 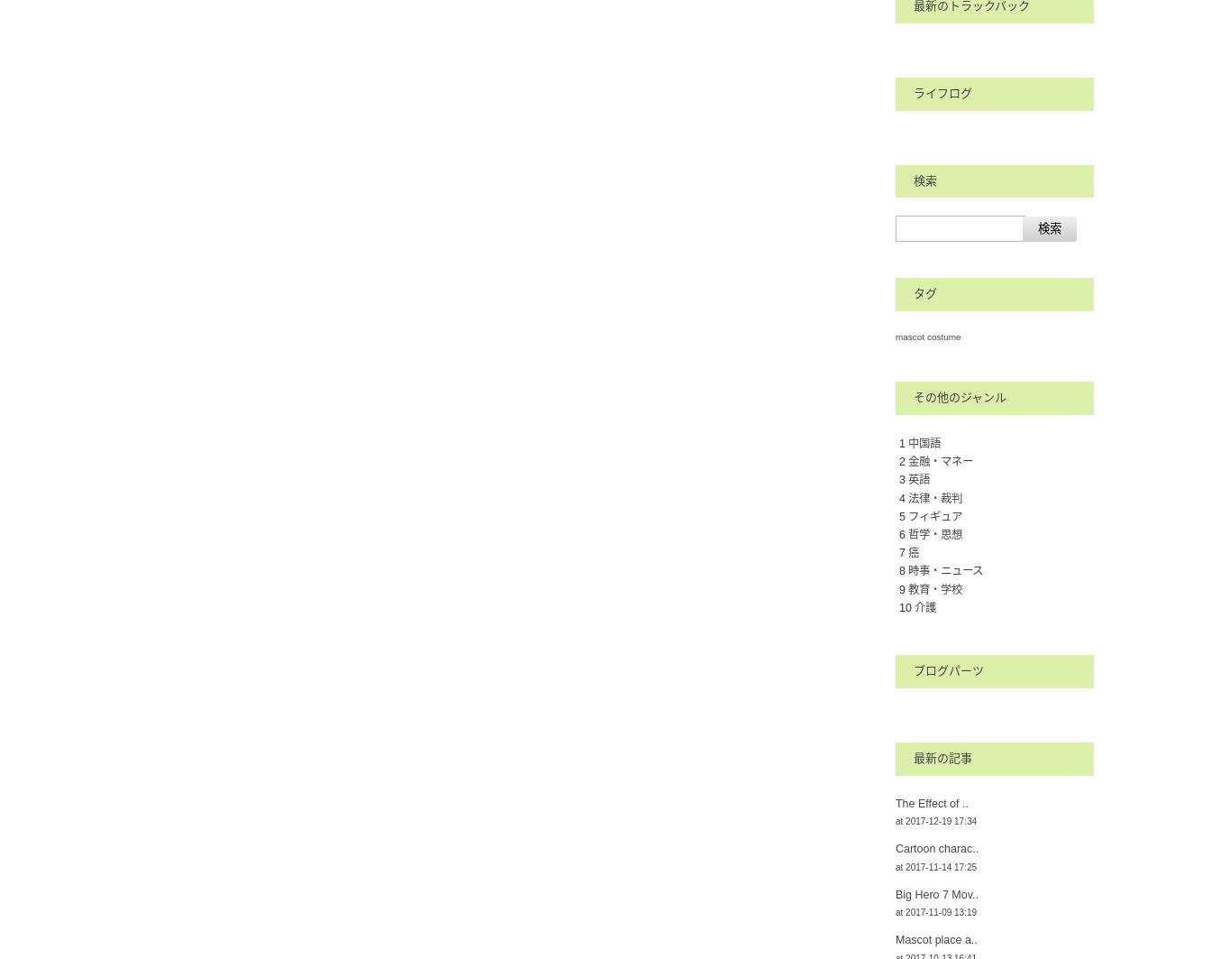 I want to click on '10', so click(x=906, y=605).